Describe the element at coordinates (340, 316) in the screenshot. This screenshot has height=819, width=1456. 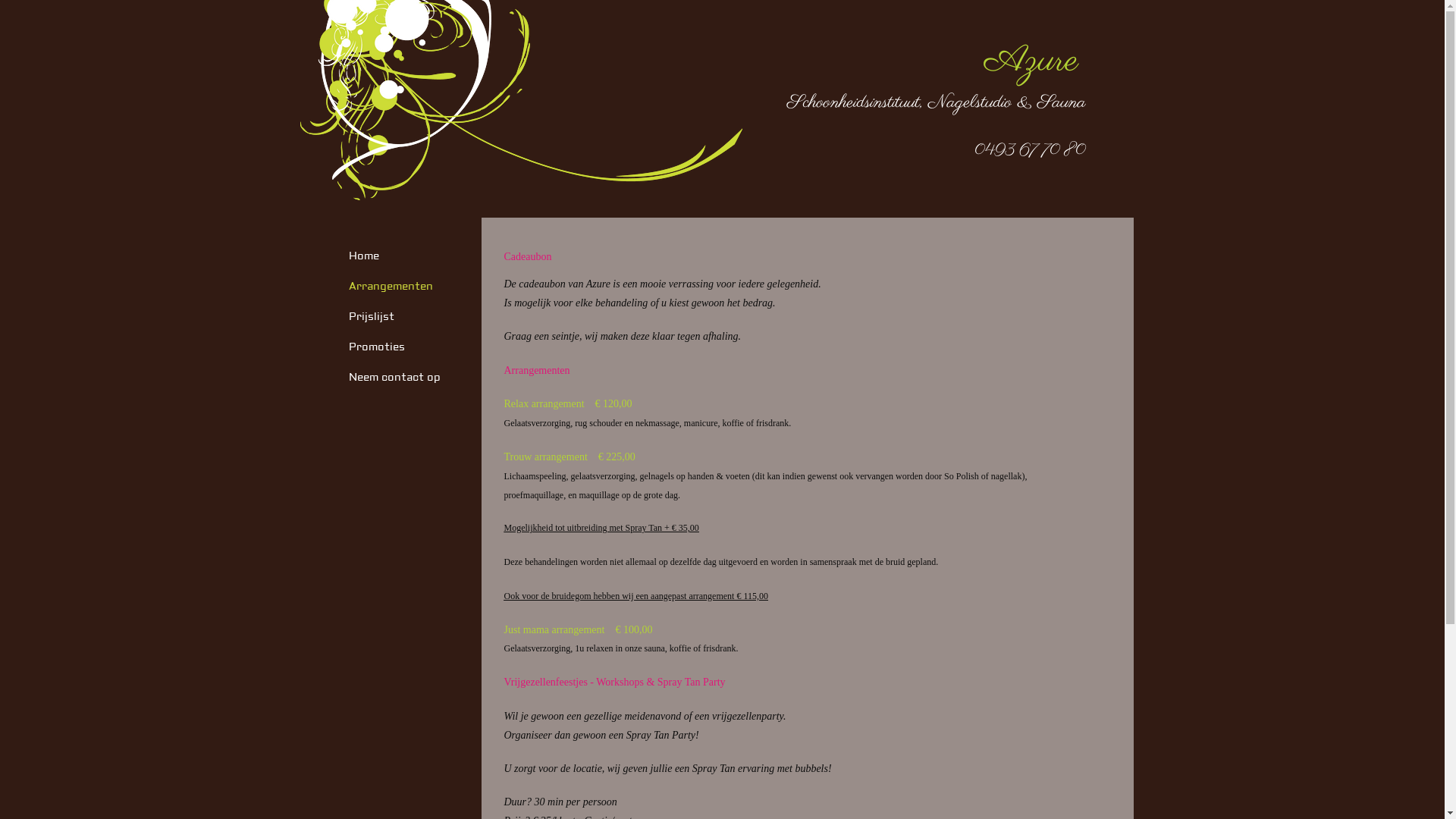
I see `'Prijslijst'` at that location.